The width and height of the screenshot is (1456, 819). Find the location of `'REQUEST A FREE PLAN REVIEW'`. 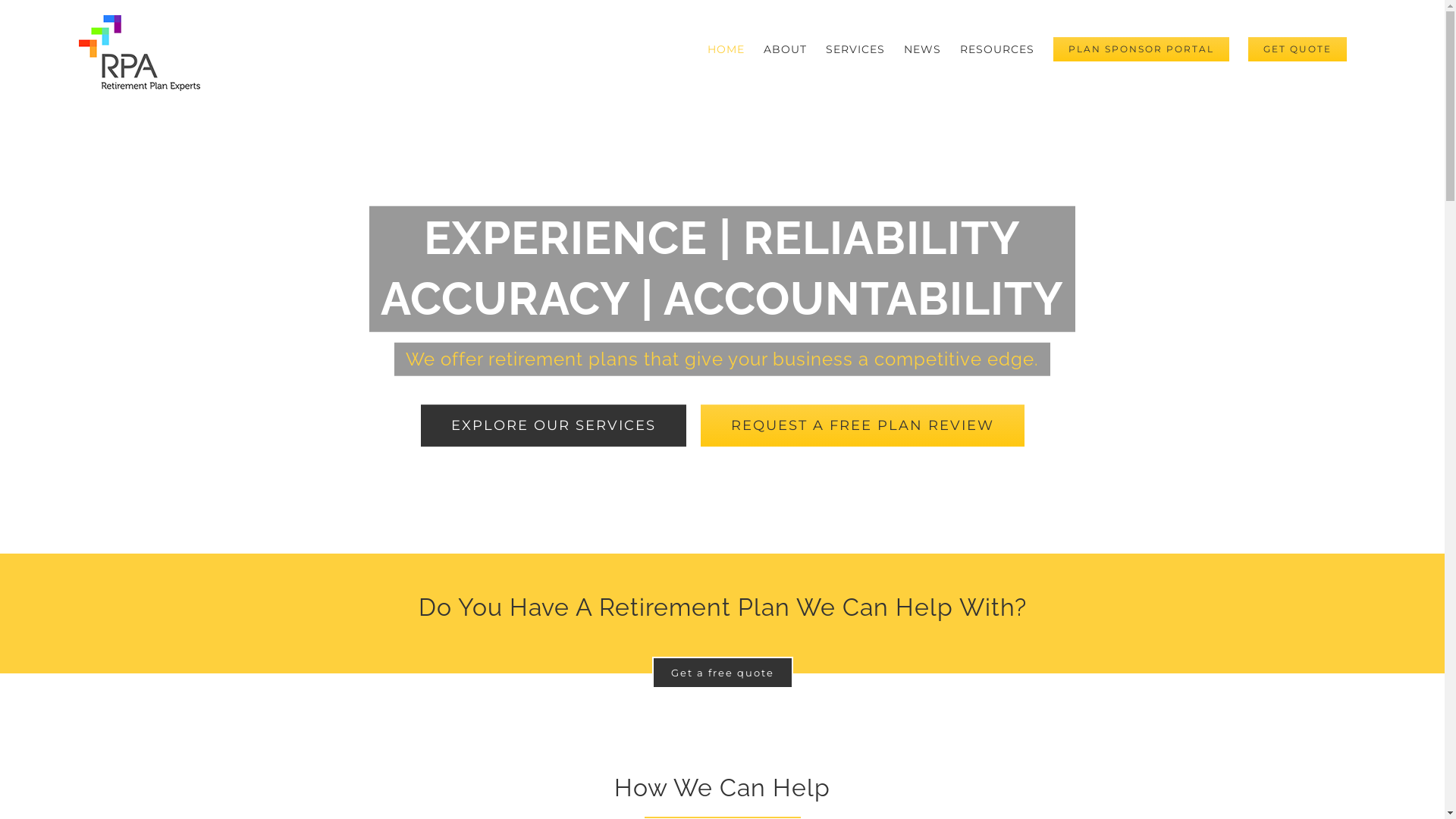

'REQUEST A FREE PLAN REVIEW' is located at coordinates (862, 425).